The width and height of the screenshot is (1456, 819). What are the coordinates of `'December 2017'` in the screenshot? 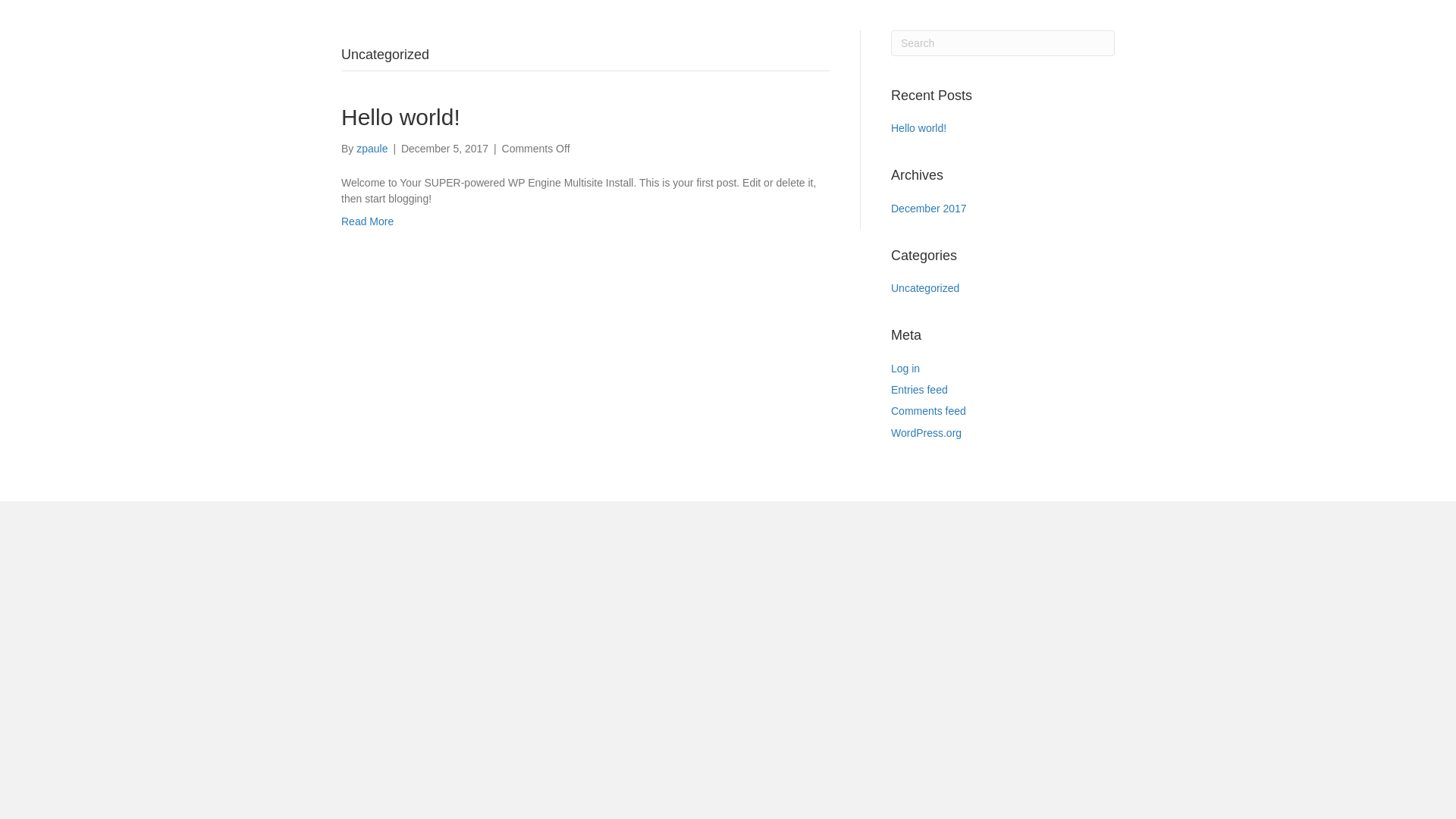 It's located at (927, 208).